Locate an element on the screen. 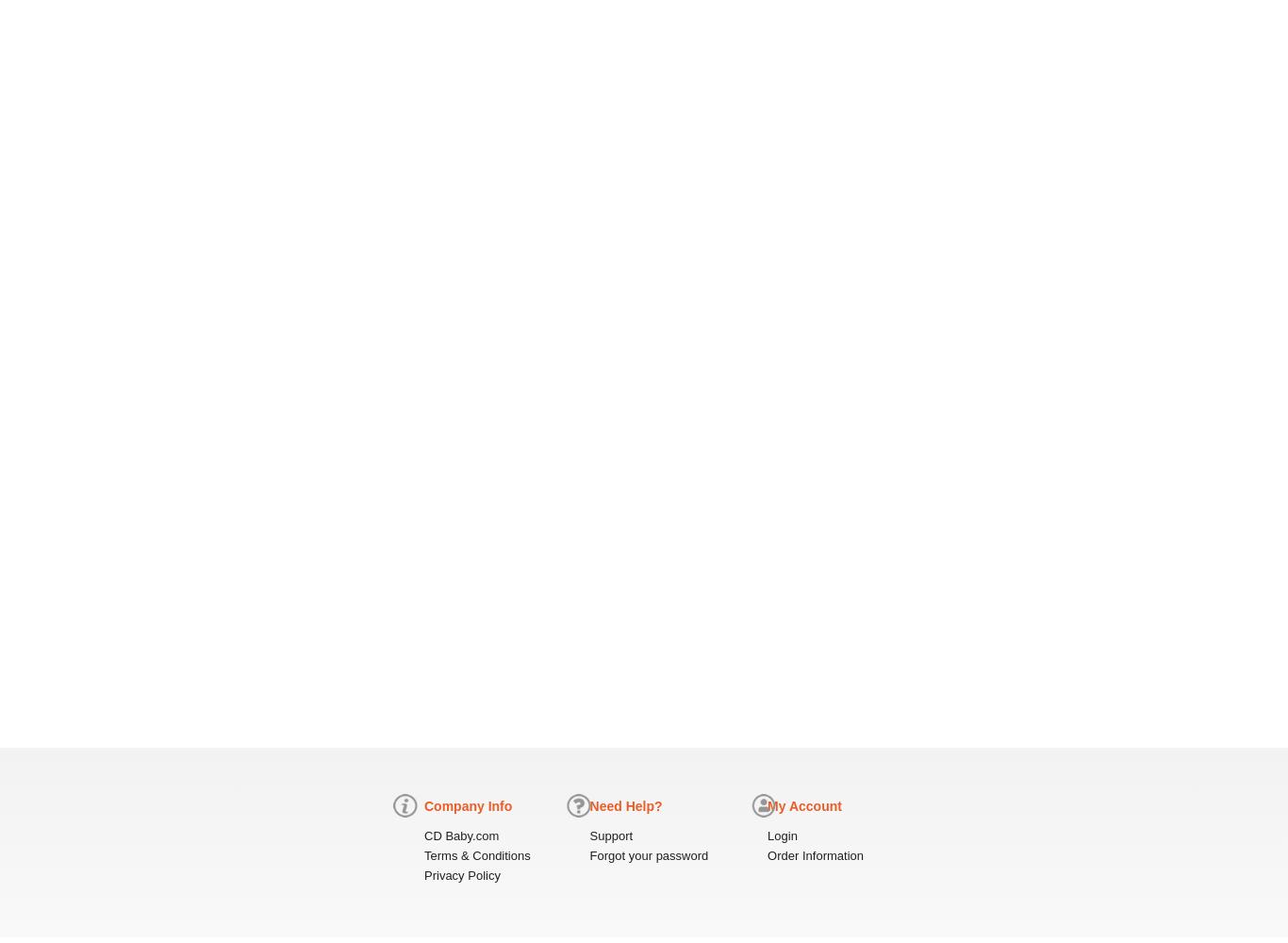 The width and height of the screenshot is (1288, 943). 'Order Information' is located at coordinates (814, 855).